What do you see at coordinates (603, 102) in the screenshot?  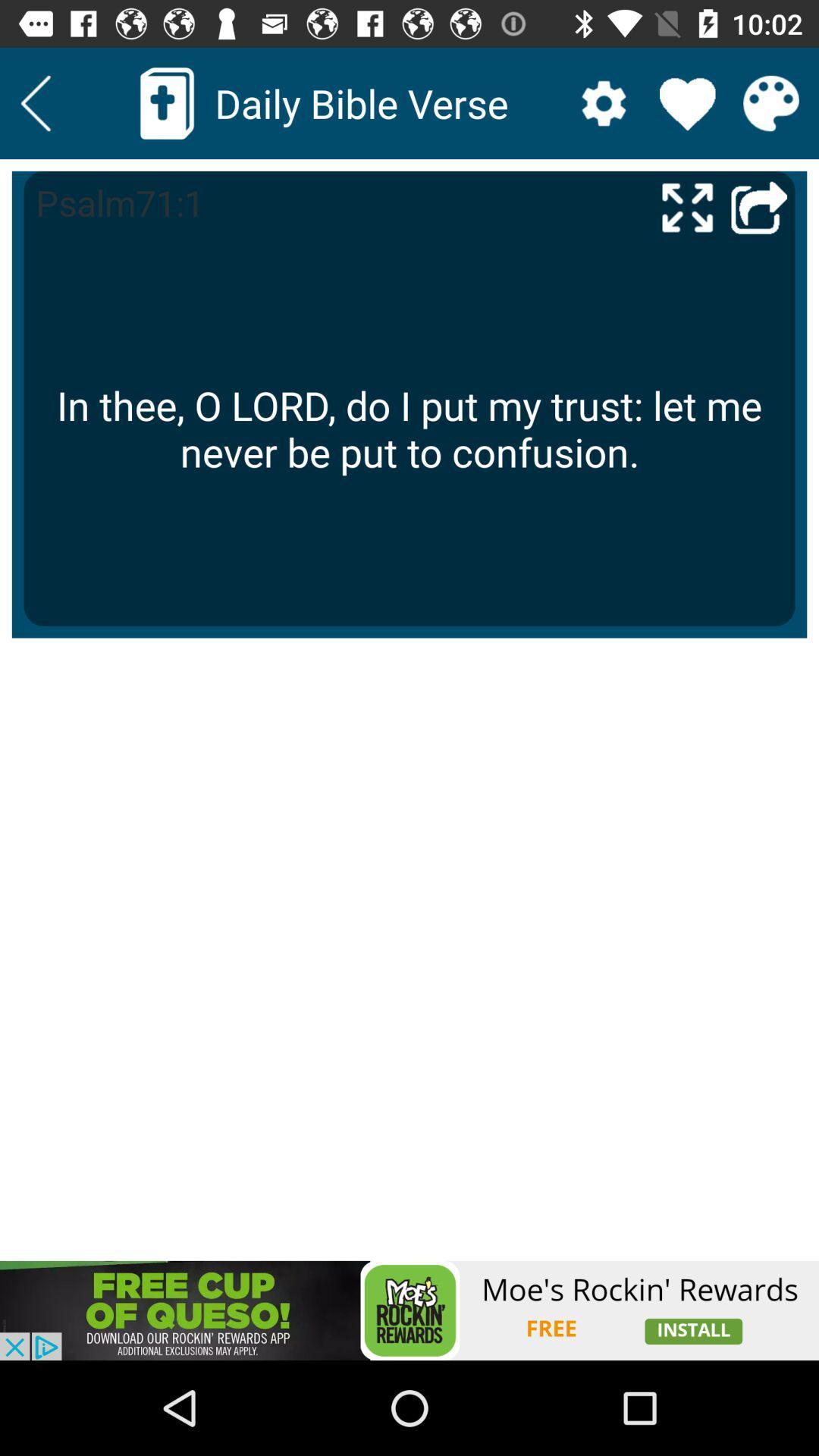 I see `the settings icon` at bounding box center [603, 102].